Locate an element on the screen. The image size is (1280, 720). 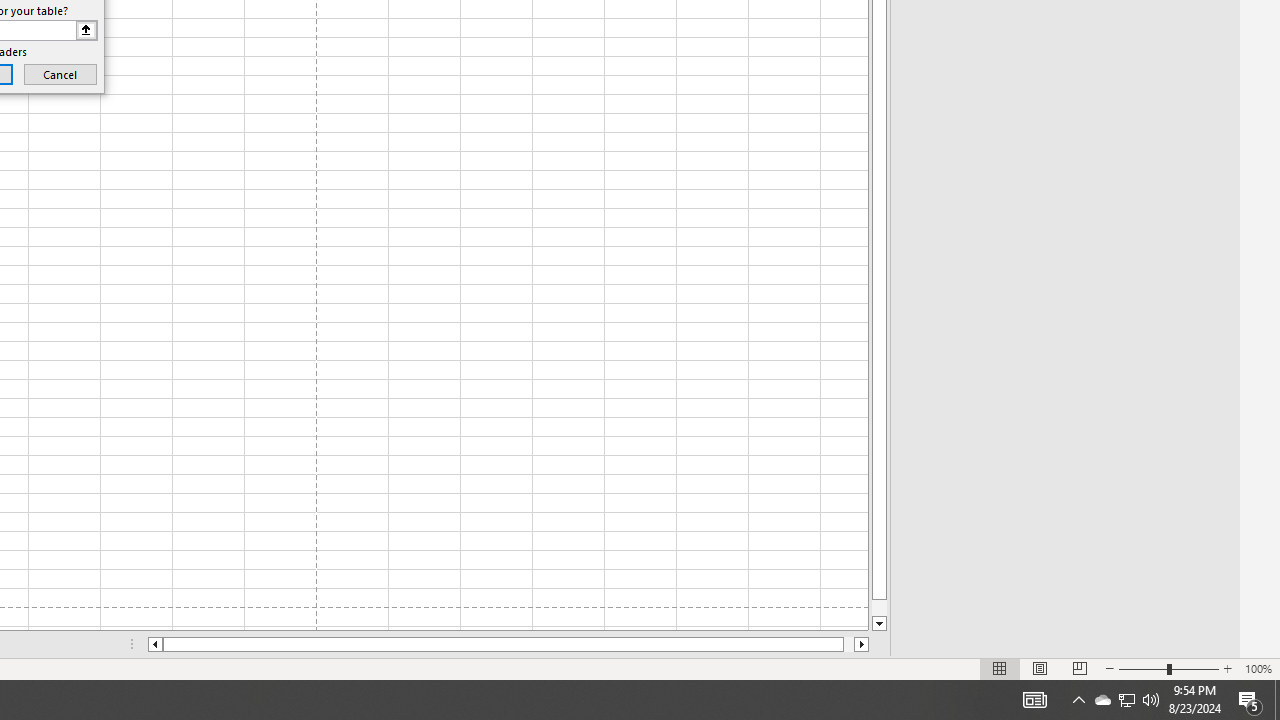
'Zoom In' is located at coordinates (1226, 669).